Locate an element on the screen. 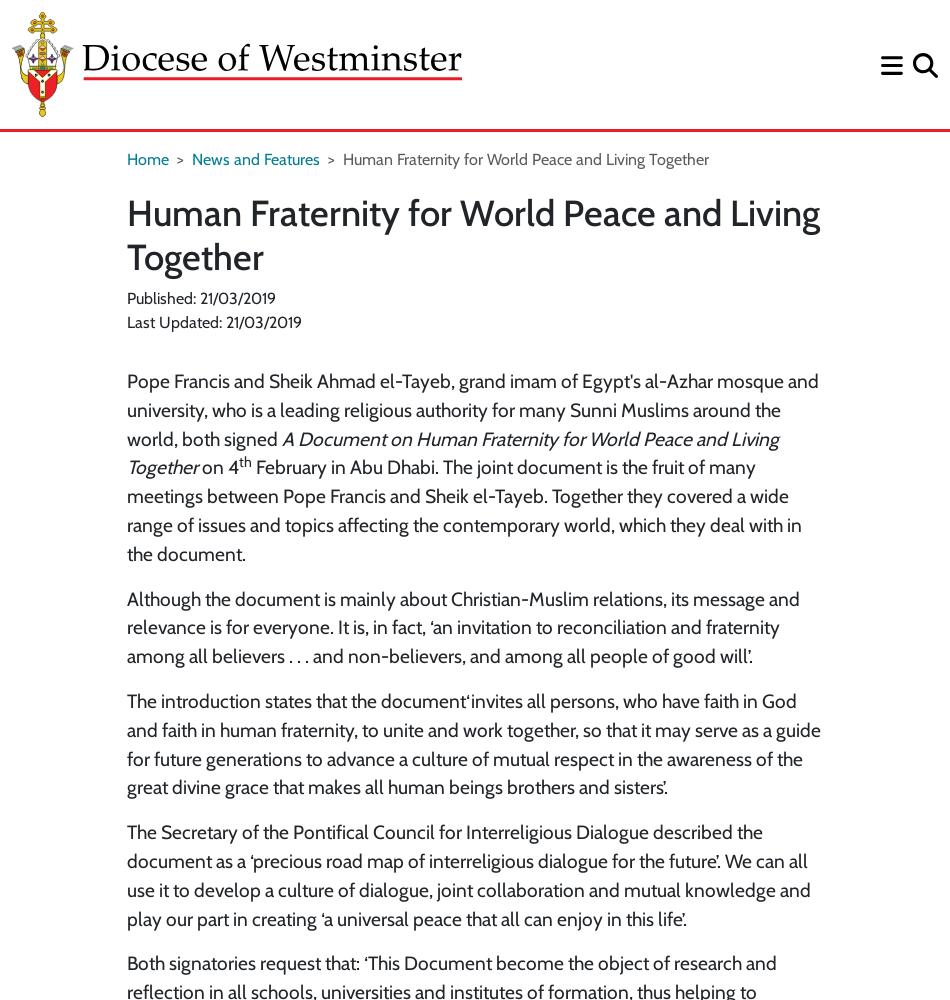  'The Secretary of the Pontifical Council for Interreligious Dialogue described the document as a ‘precious road map of interreligious dialogue for the future’. We can all use it to develop a culture of dialogue, joint collaboration and mutual knowledge and play our part in creating ‘a universal peace that all can enjoy in this life’.' is located at coordinates (127, 875).